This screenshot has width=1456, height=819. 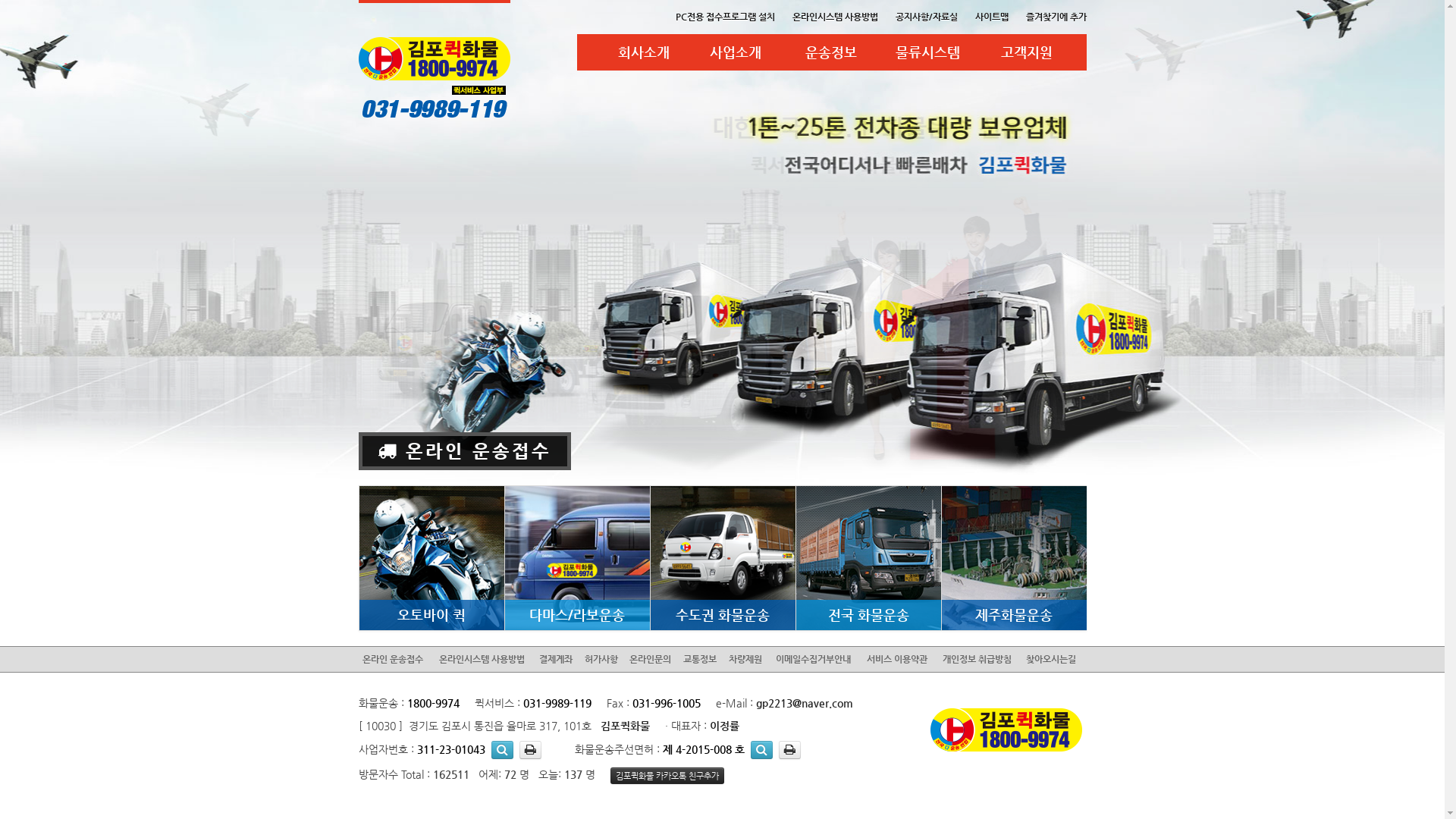 What do you see at coordinates (755, 702) in the screenshot?
I see `'gp2213@naver.com'` at bounding box center [755, 702].